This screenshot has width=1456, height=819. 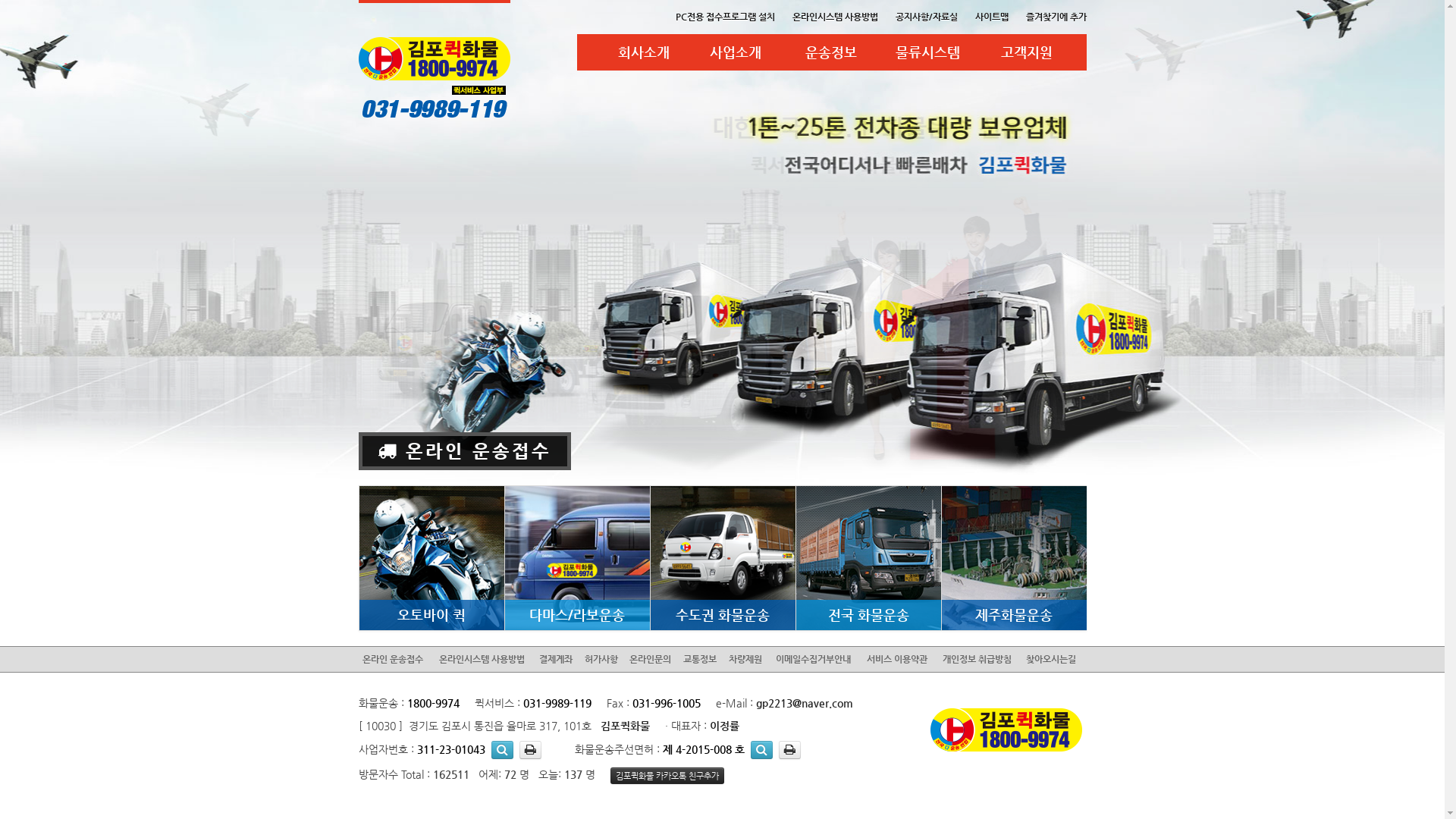 What do you see at coordinates (755, 702) in the screenshot?
I see `'gp2213@naver.com'` at bounding box center [755, 702].